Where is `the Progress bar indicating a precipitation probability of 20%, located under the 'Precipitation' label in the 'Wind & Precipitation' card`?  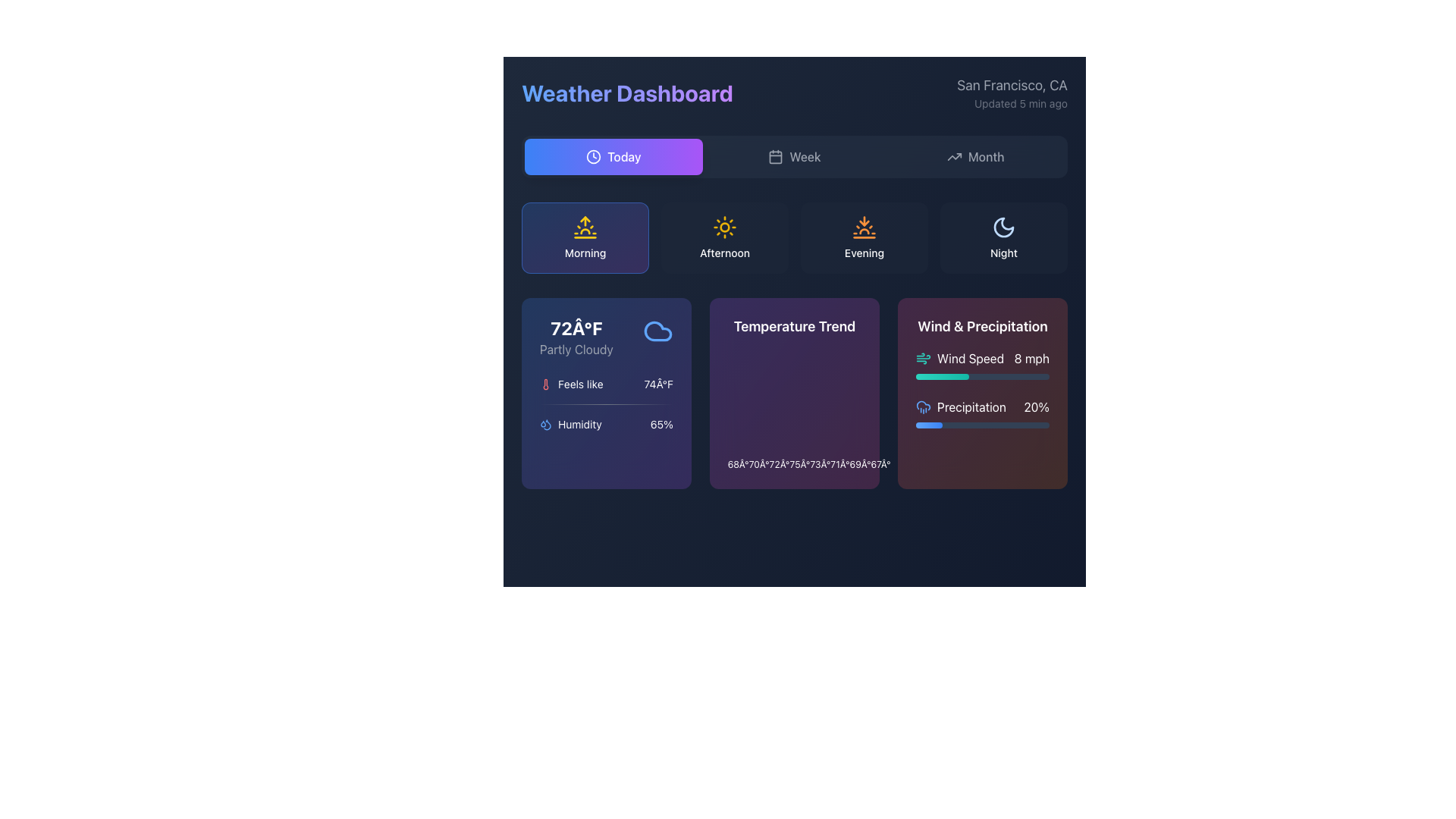 the Progress bar indicating a precipitation probability of 20%, located under the 'Precipitation' label in the 'Wind & Precipitation' card is located at coordinates (983, 425).